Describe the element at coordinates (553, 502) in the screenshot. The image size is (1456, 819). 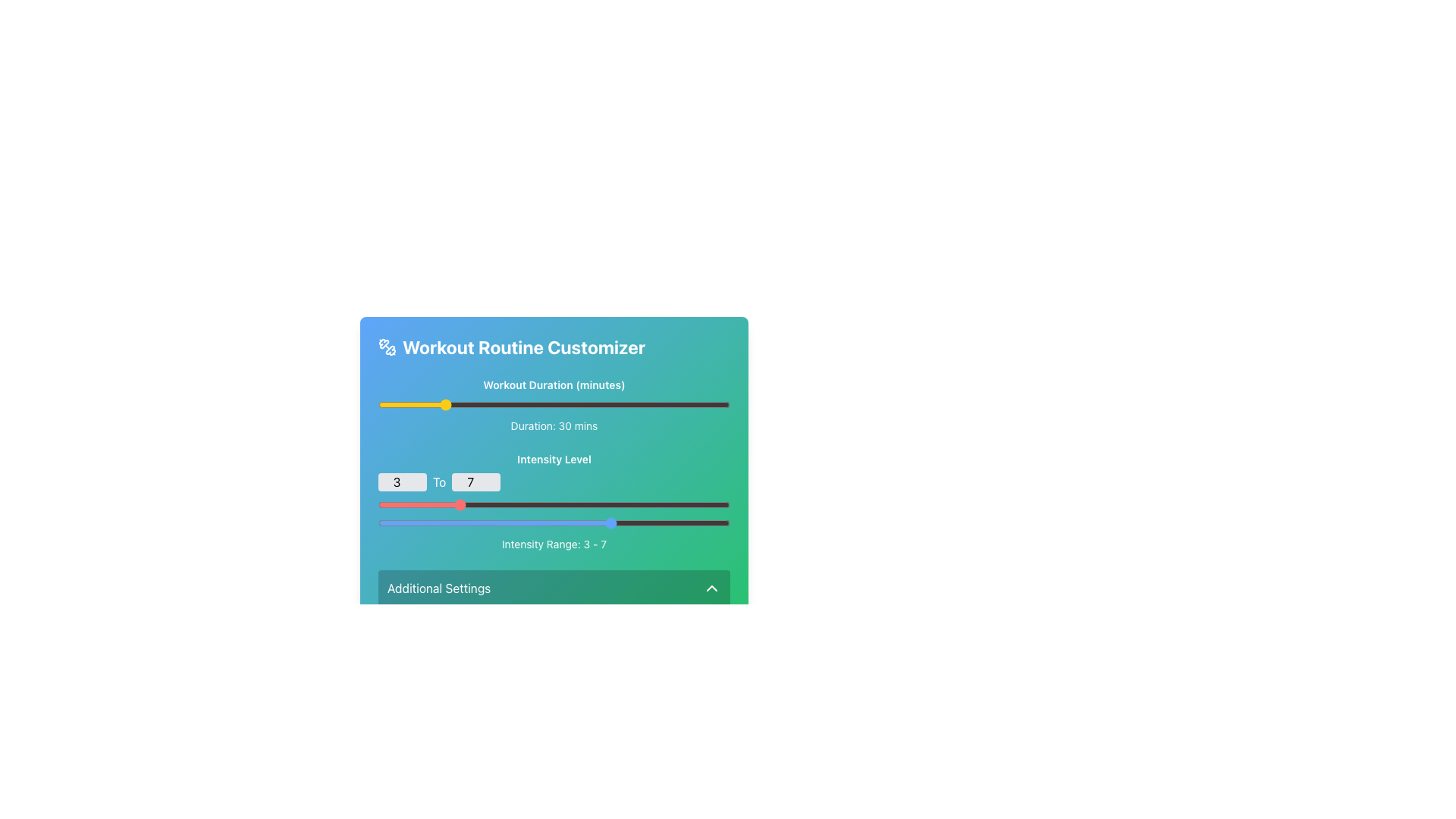
I see `the sliders in the 'Intensity Level' section` at that location.